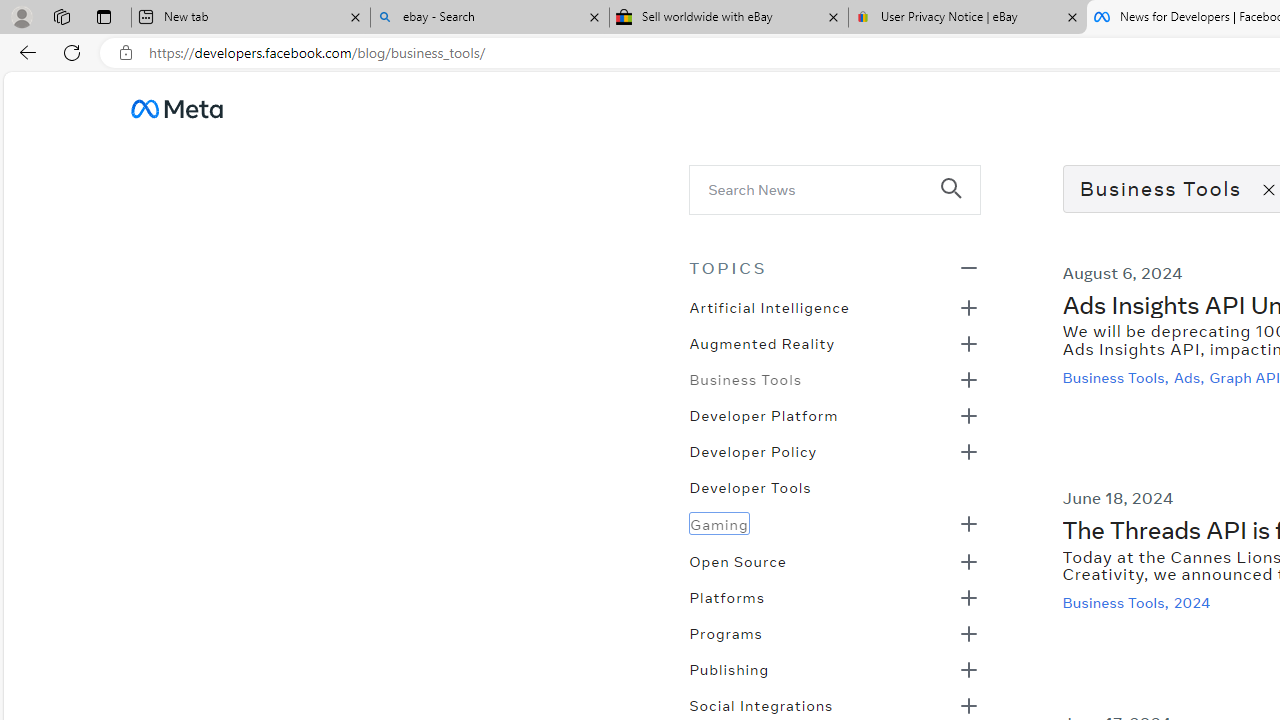 The width and height of the screenshot is (1280, 720). Describe the element at coordinates (761, 341) in the screenshot. I see `'Augmented Reality'` at that location.